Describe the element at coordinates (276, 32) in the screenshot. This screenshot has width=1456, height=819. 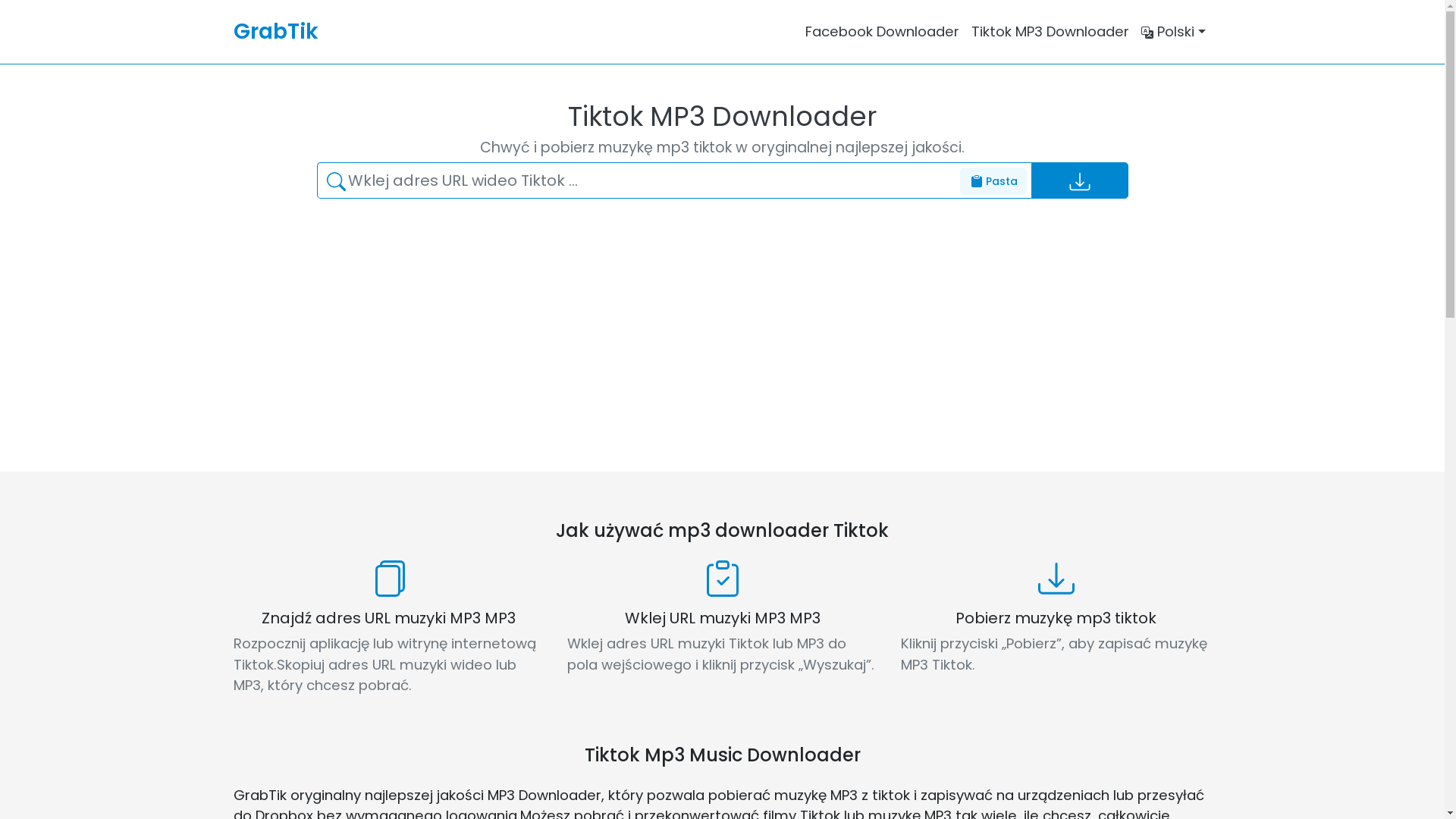
I see `'GrabTik'` at that location.